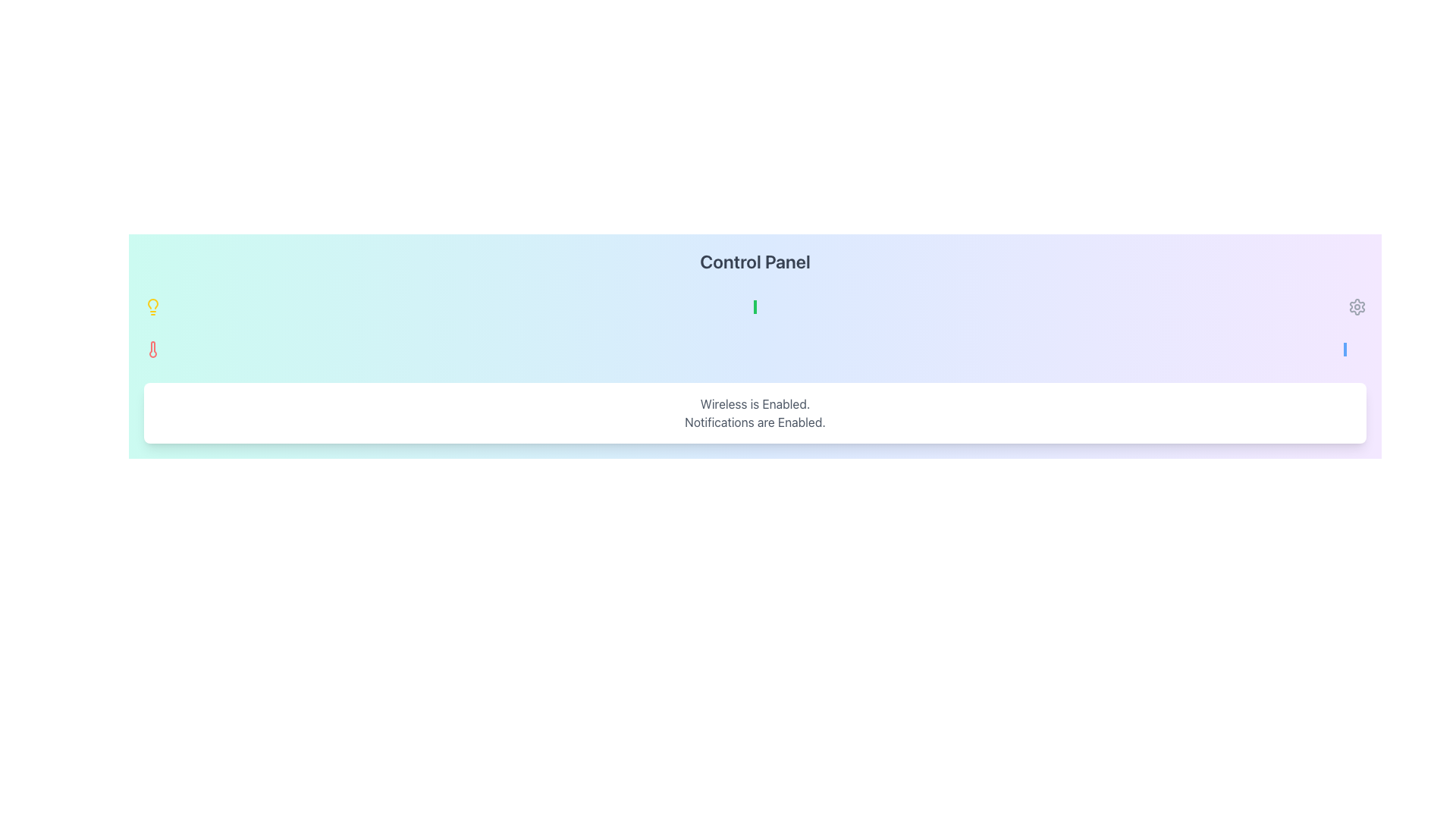  What do you see at coordinates (755, 260) in the screenshot?
I see `the text label that serves as the title for the control panel, positioned centrally at the top of the gradient background` at bounding box center [755, 260].